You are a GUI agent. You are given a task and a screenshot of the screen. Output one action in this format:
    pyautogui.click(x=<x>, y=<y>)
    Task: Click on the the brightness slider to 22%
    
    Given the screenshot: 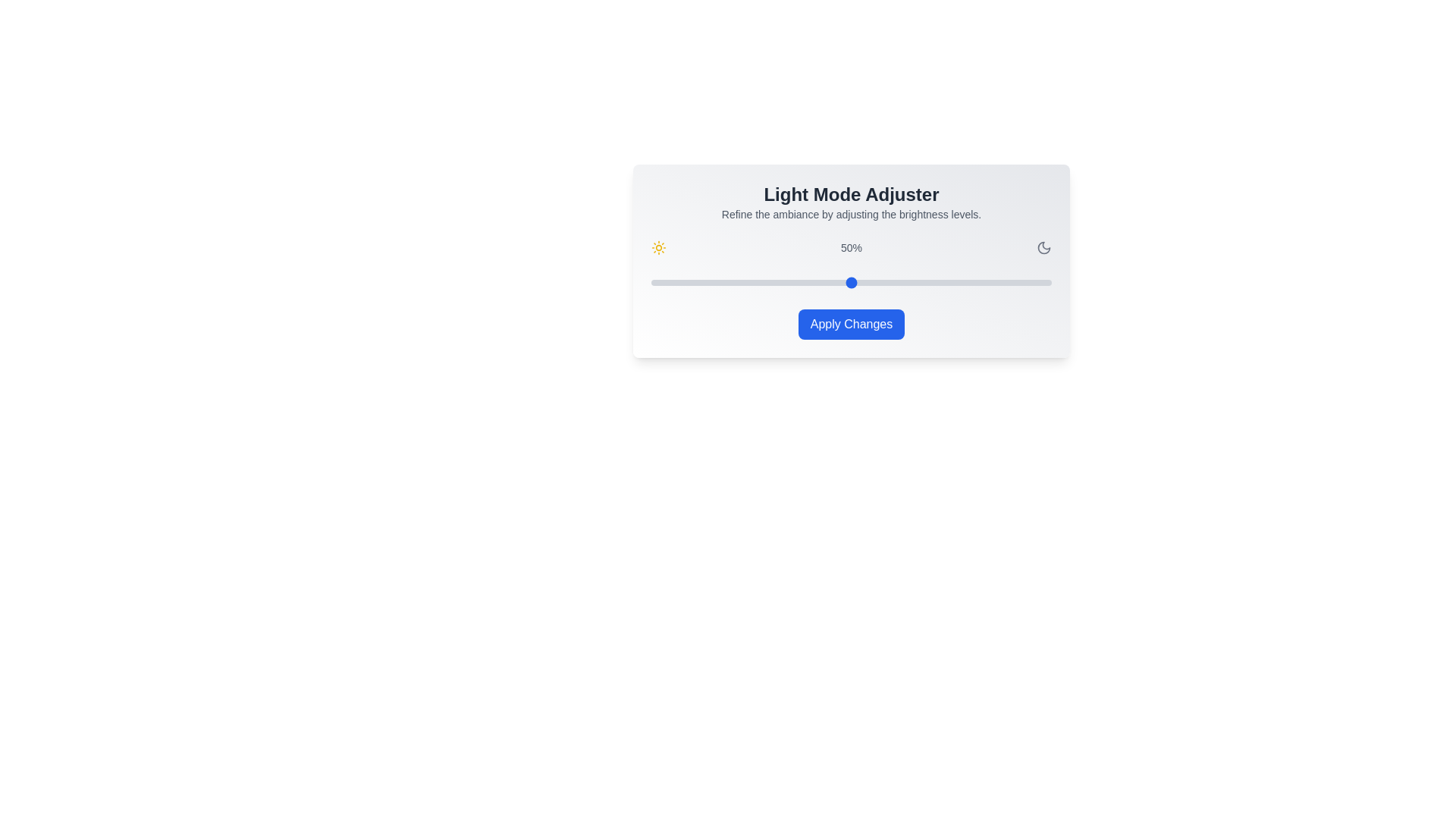 What is the action you would take?
    pyautogui.click(x=739, y=283)
    